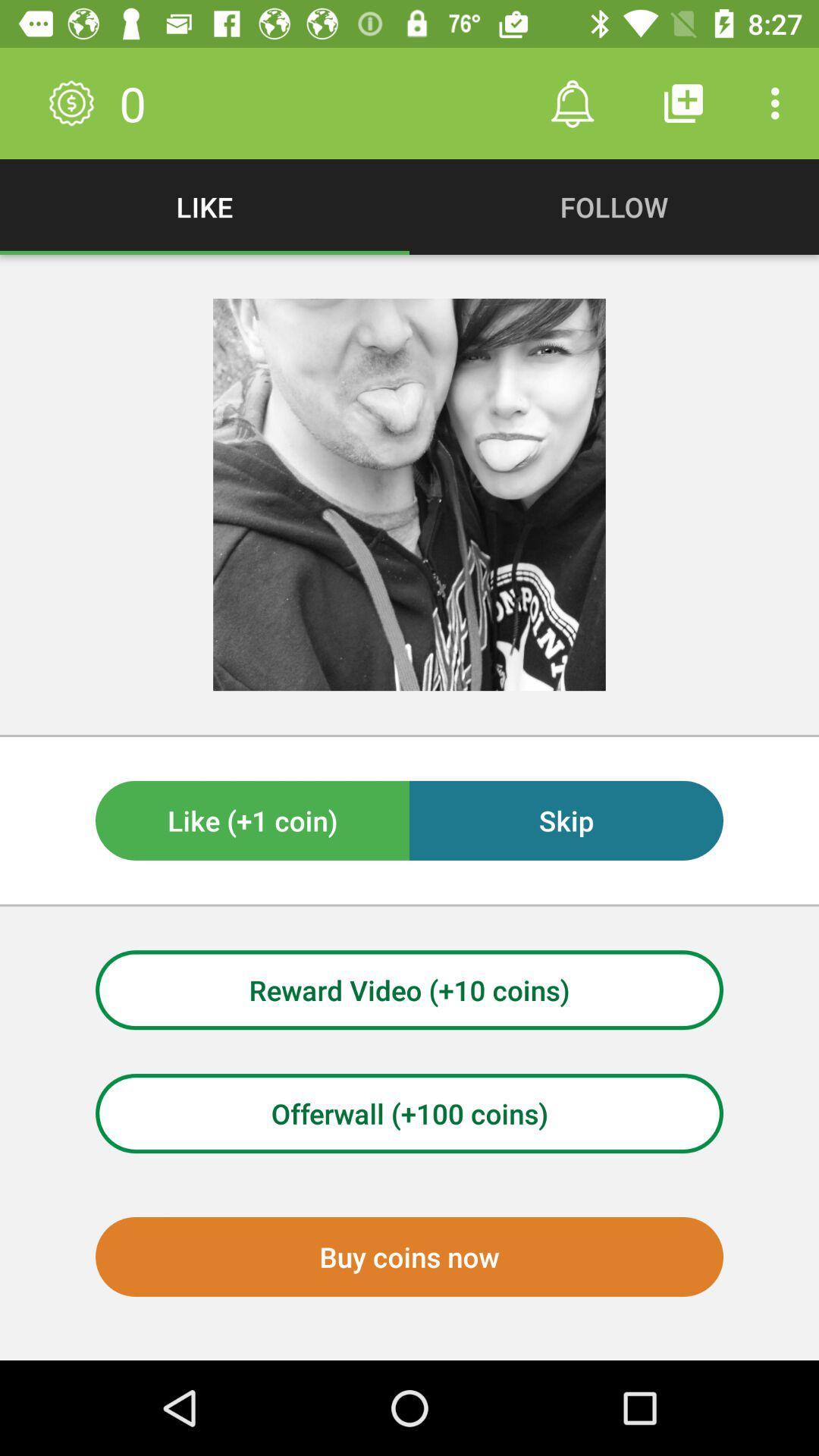  Describe the element at coordinates (683, 102) in the screenshot. I see `icon above the follow item` at that location.